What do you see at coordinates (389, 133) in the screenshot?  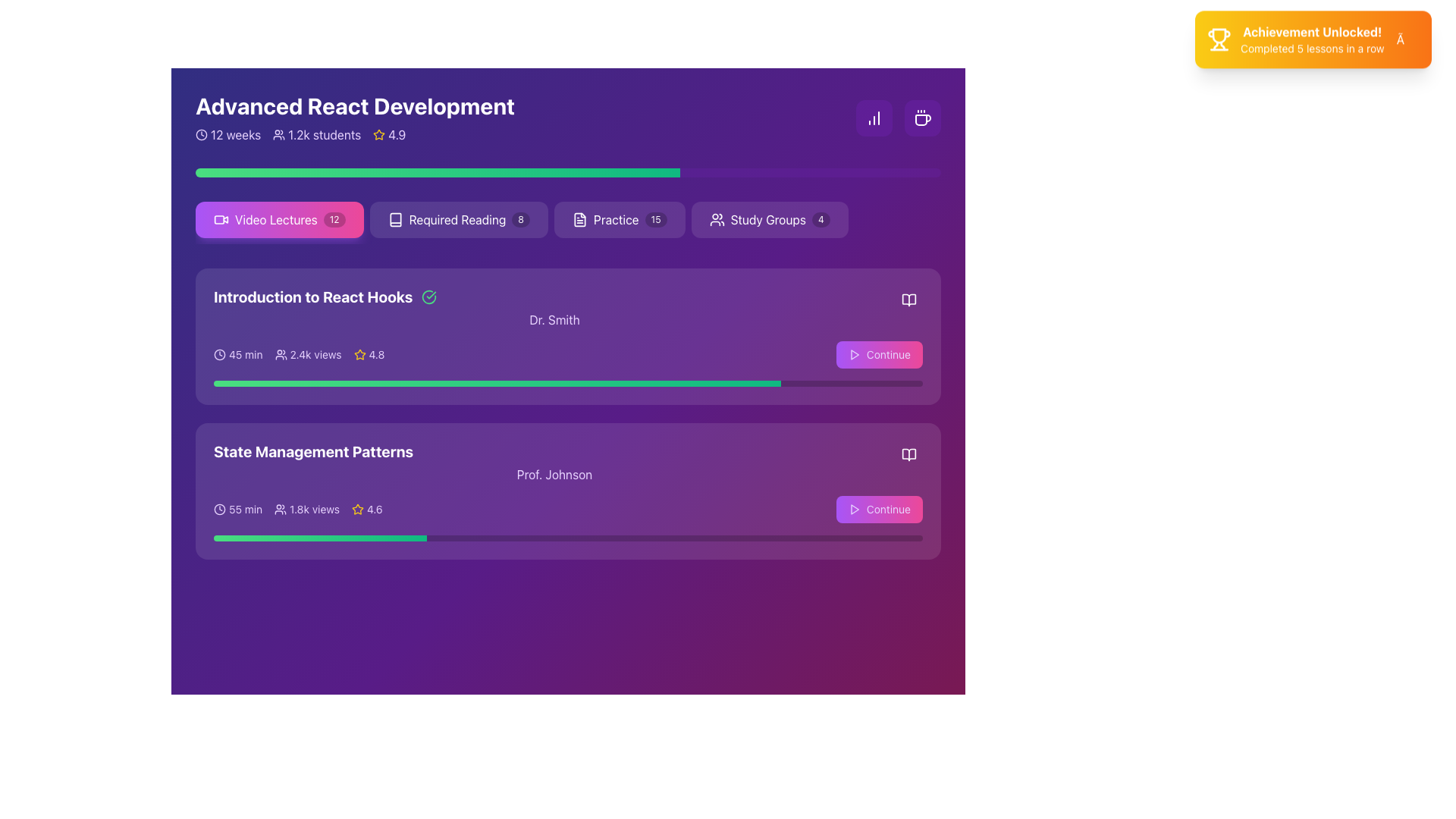 I see `the rating value displayed in the Rating Label, which shows the overall course rating of 4.9 located at the top right of the course information row` at bounding box center [389, 133].